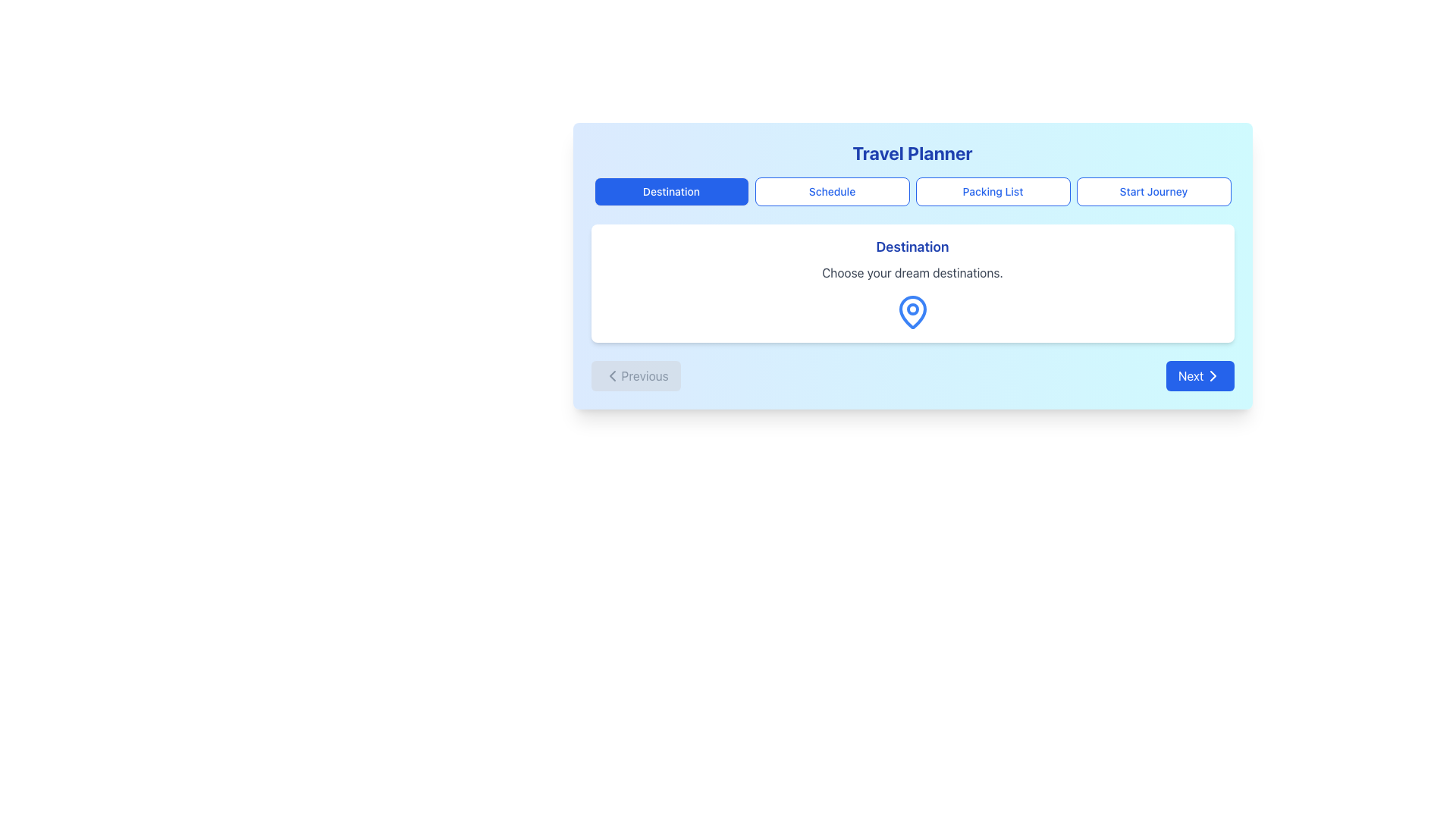 This screenshot has width=1456, height=819. Describe the element at coordinates (993, 191) in the screenshot. I see `the 'Packing List' button in the Travel Planner interface to interact with potential hover effects` at that location.